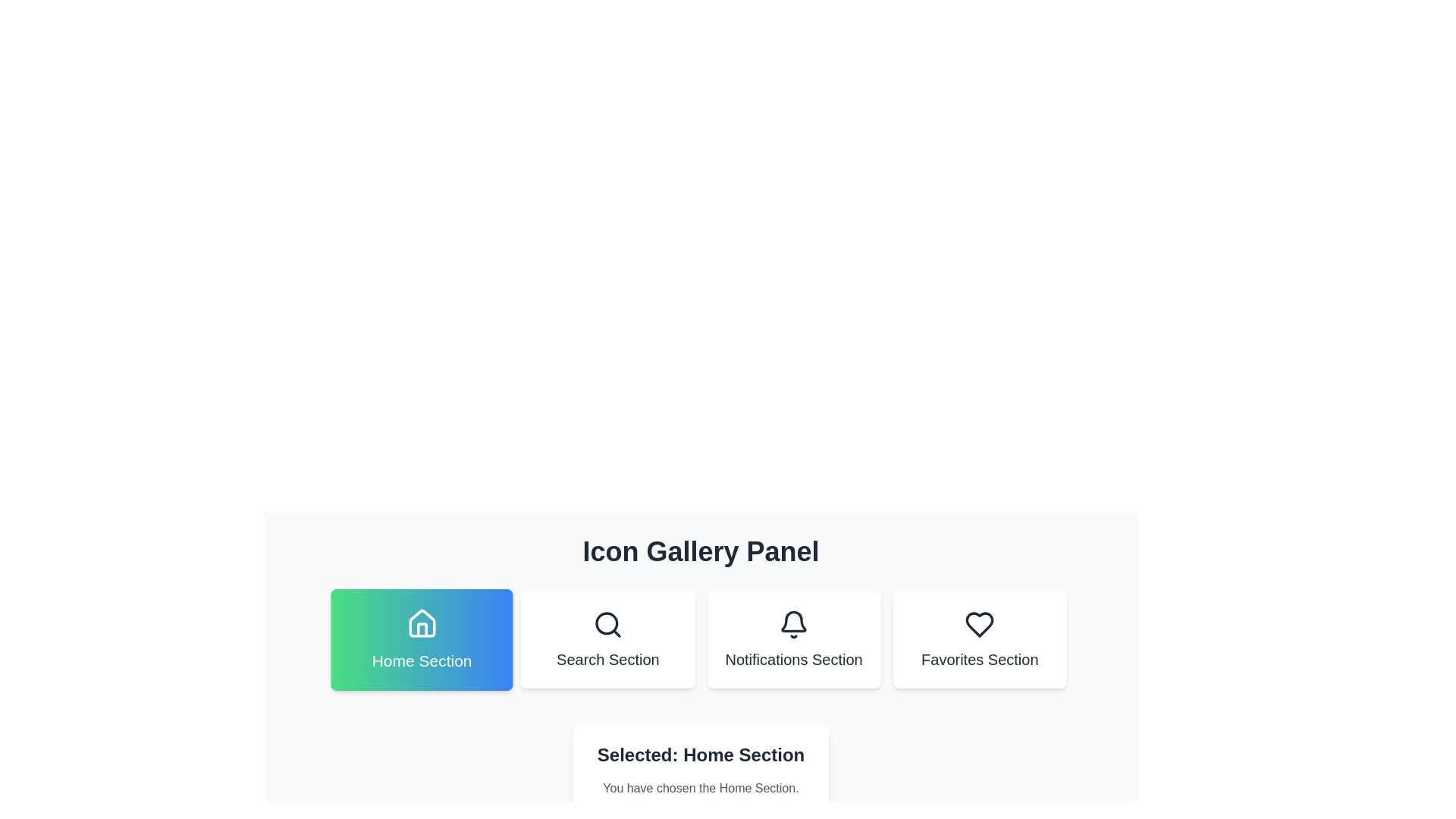 The width and height of the screenshot is (1456, 819). I want to click on the button located centrally beneath the 'Icon Gallery Panel' heading, which is the second card in a row of four, so click(607, 640).